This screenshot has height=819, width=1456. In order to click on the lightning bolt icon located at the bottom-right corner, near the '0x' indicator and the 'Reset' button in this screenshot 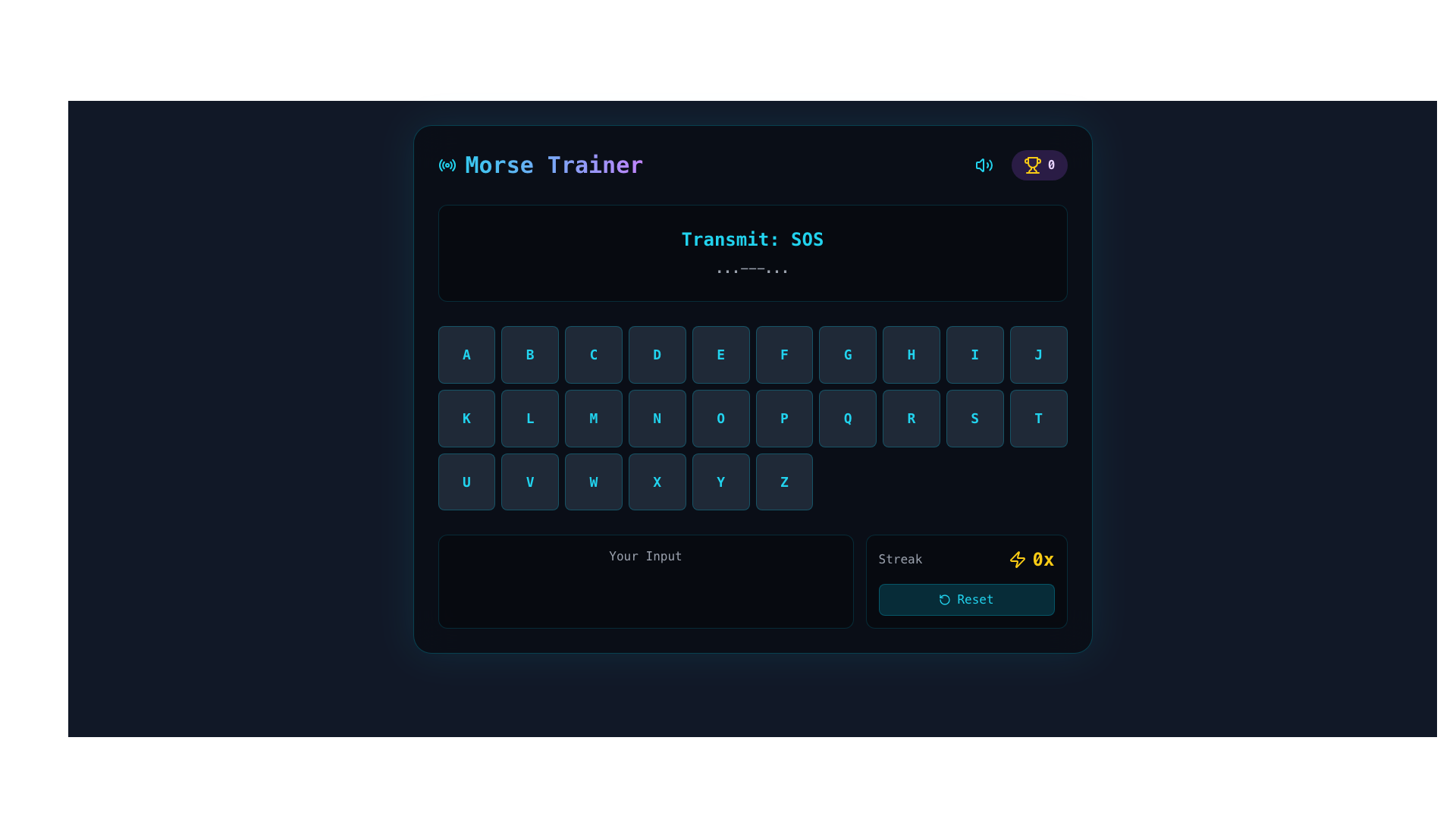, I will do `click(1017, 560)`.